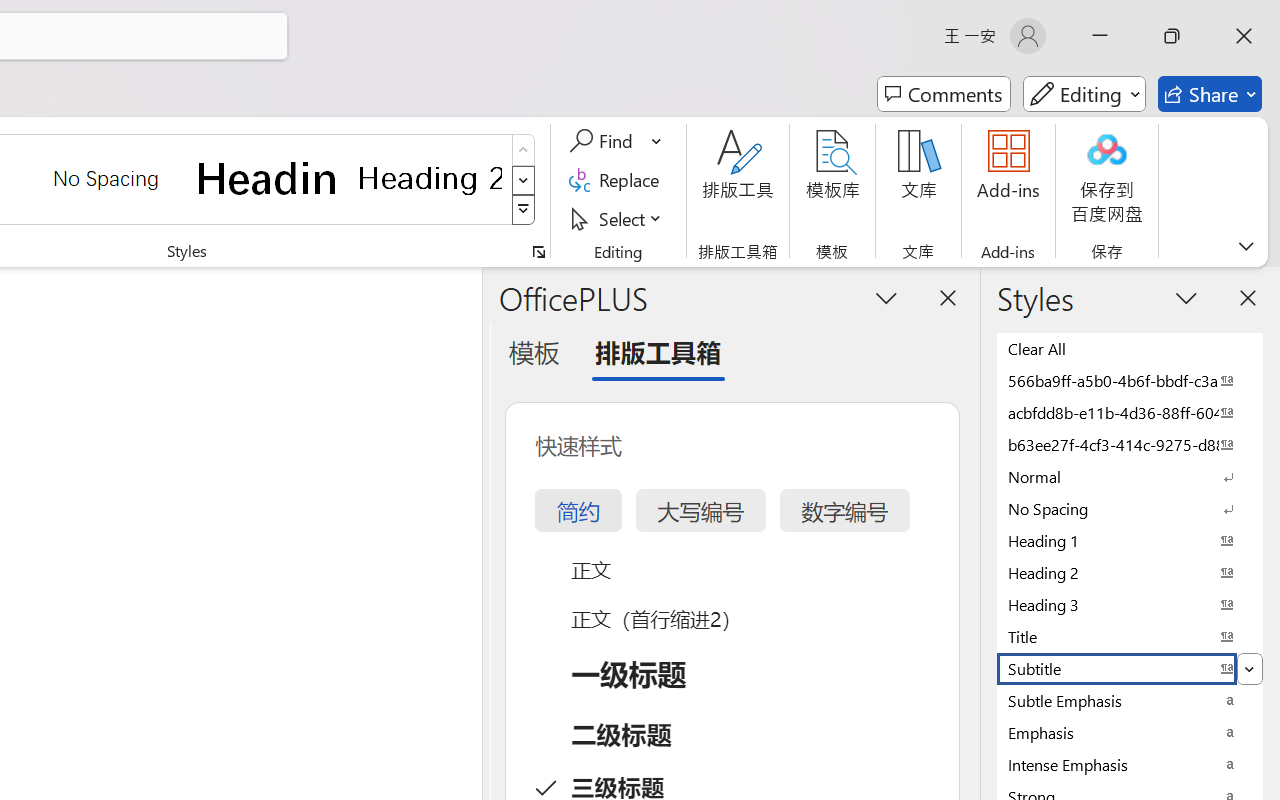 Image resolution: width=1280 pixels, height=800 pixels. I want to click on 'Select', so click(617, 218).